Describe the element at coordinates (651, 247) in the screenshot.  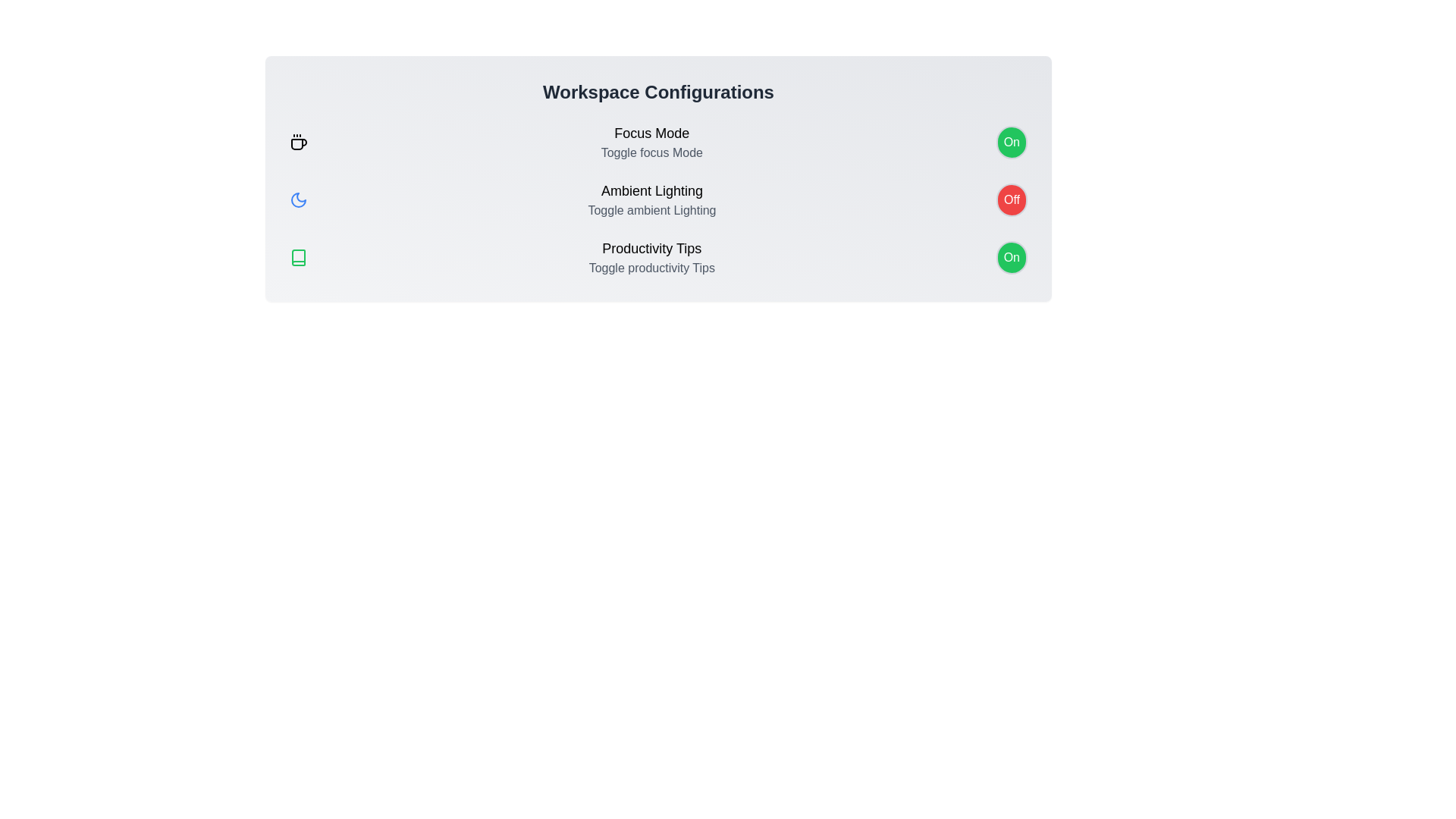
I see `the text of Productivity Tips` at that location.